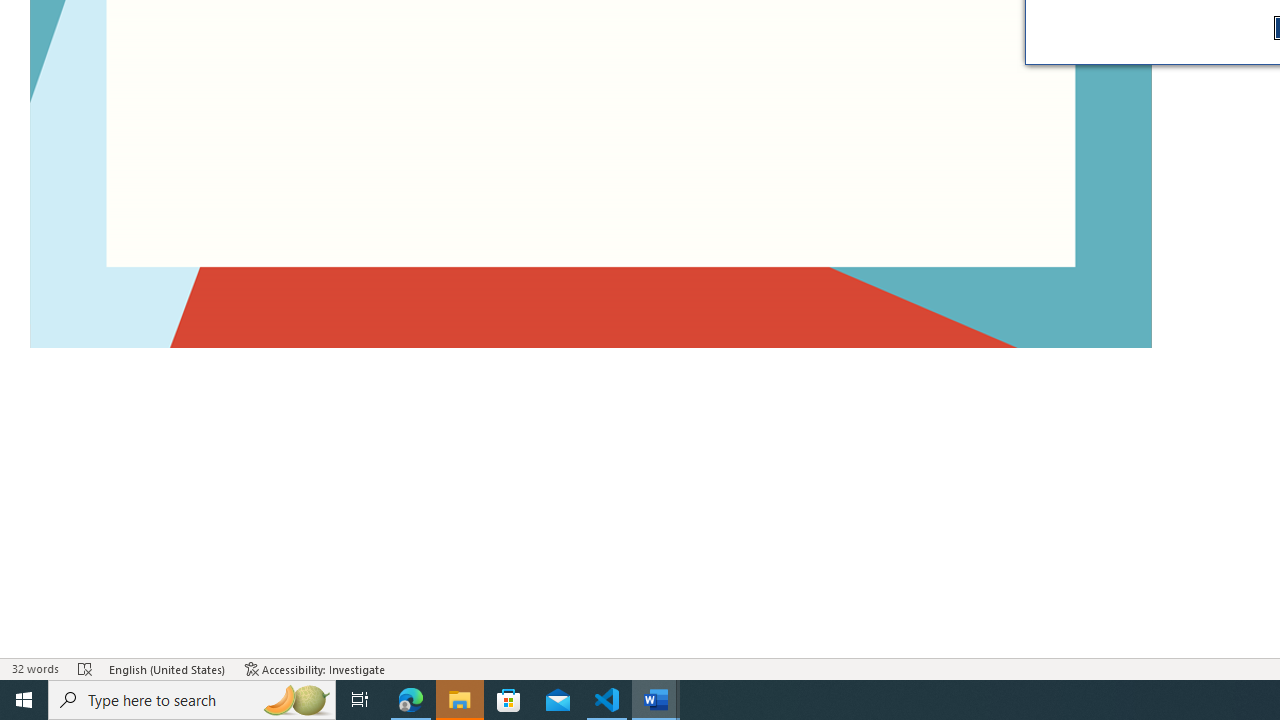 This screenshot has width=1280, height=720. Describe the element at coordinates (314, 669) in the screenshot. I see `'Accessibility Checker Accessibility: Investigate'` at that location.